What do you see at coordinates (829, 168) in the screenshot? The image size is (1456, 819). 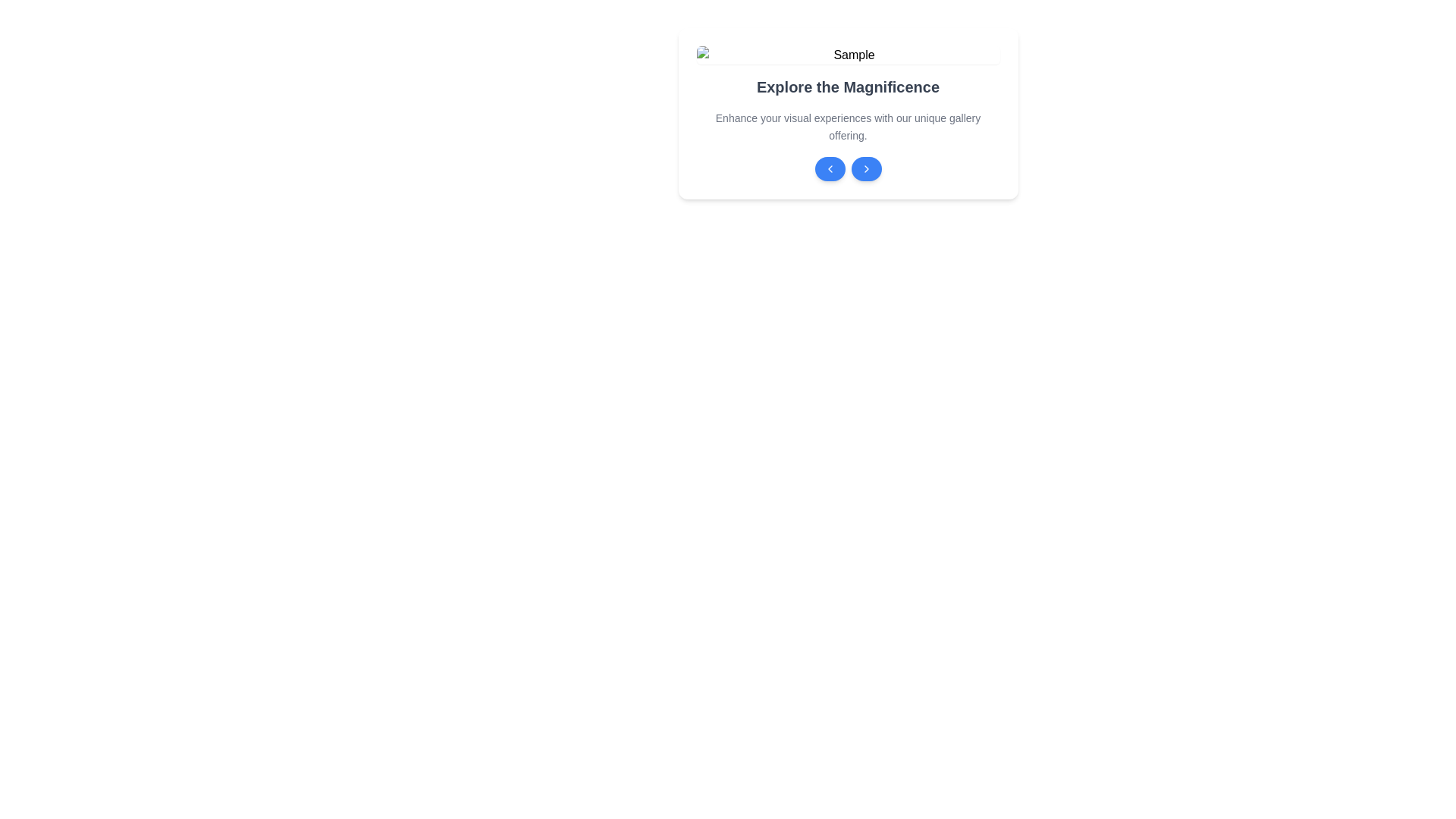 I see `the circular blue button with a white left-pointing chevron icon located at the bottom center of the card interface` at bounding box center [829, 168].